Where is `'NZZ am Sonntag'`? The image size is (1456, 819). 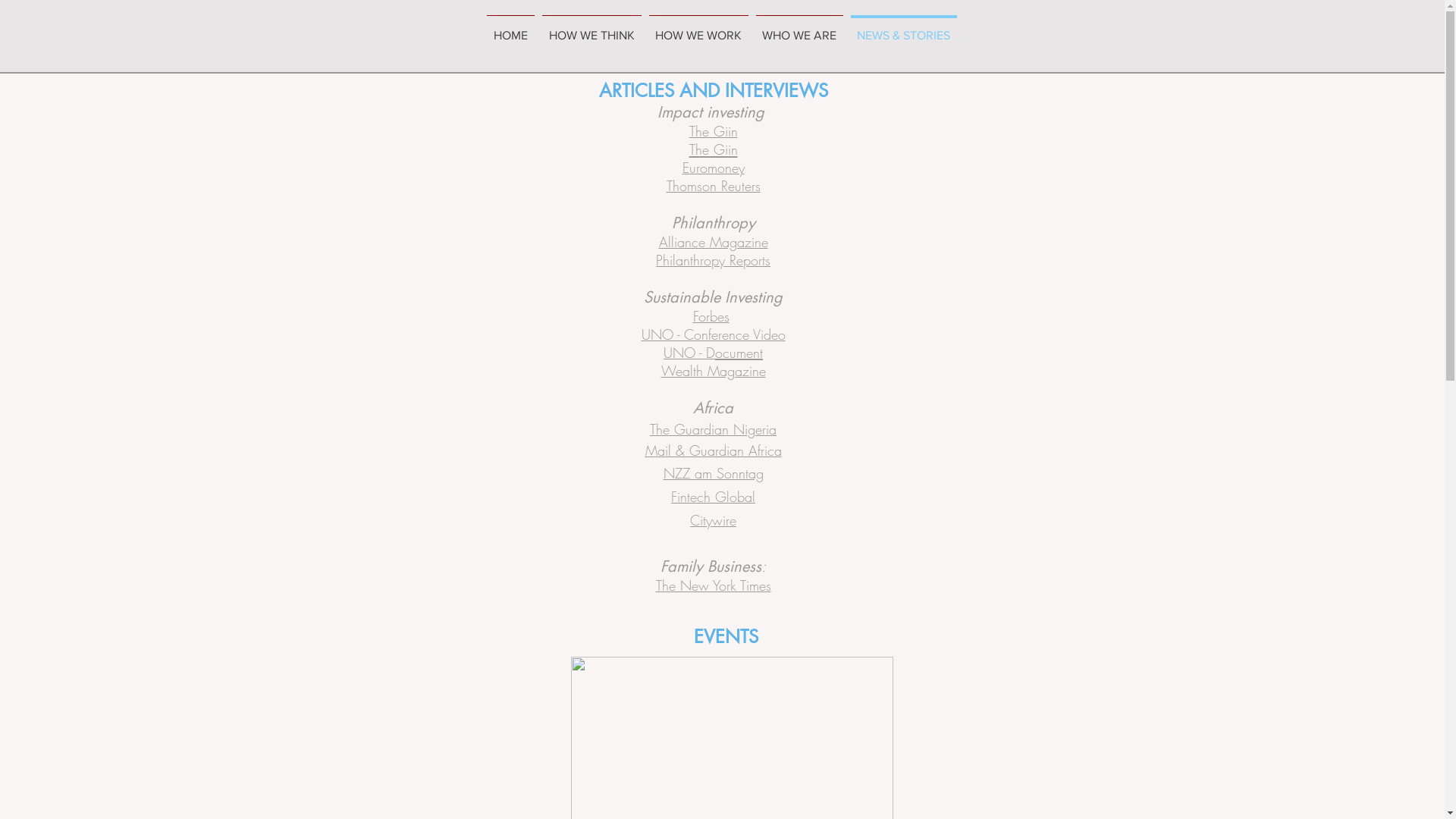
'NZZ am Sonntag' is located at coordinates (662, 472).